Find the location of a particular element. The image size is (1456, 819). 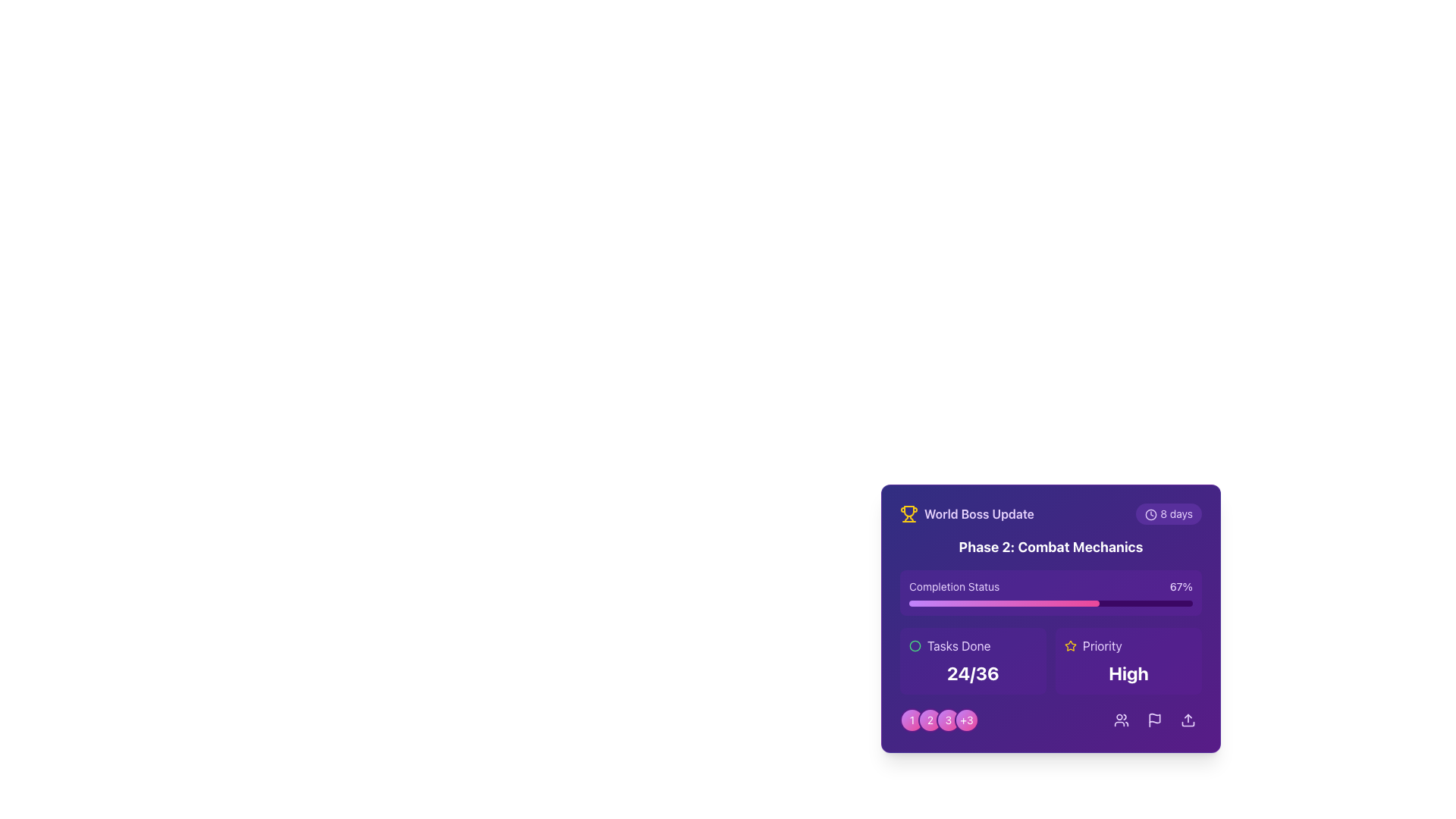

the main body of the trophy icon, which is a golden, cup-like shape located to the left of the 'World Boss Update' text in the upper-left corner of the card labeled 'Phase 2: Combat Mechanics' is located at coordinates (909, 511).